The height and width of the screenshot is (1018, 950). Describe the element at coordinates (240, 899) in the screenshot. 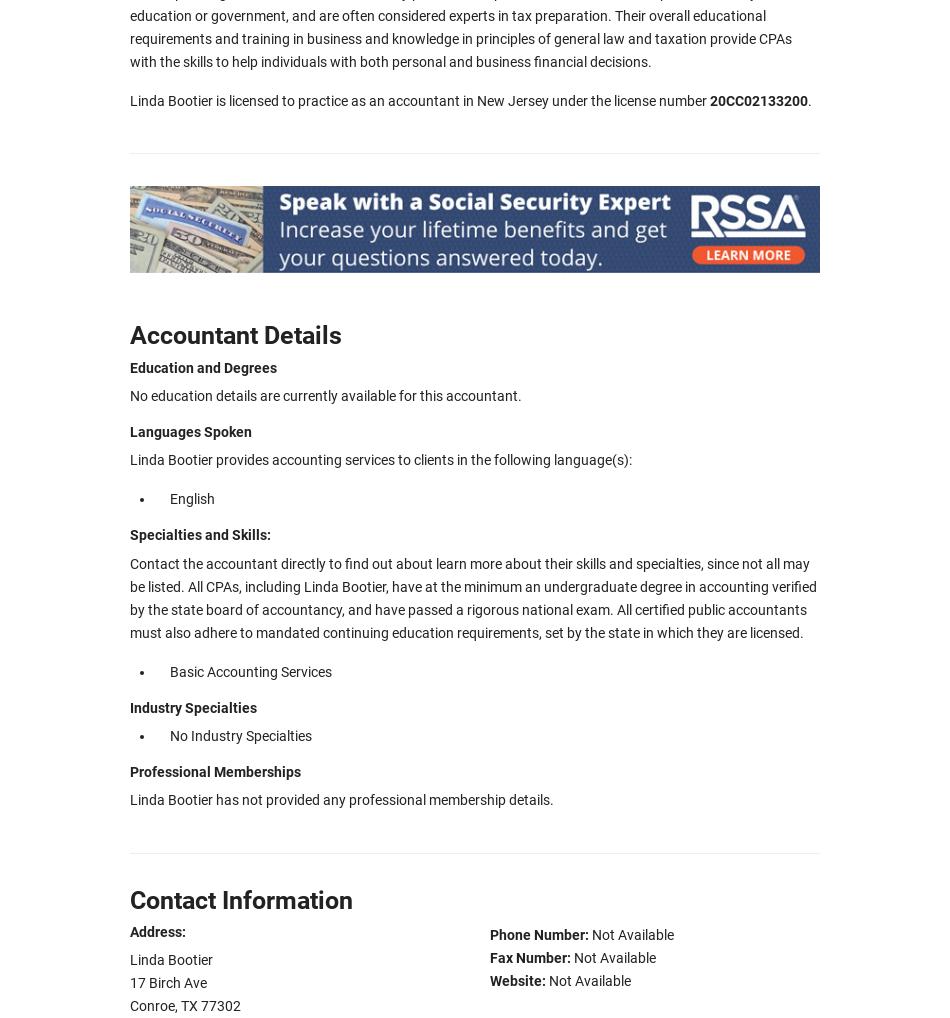

I see `'Contact Information'` at that location.